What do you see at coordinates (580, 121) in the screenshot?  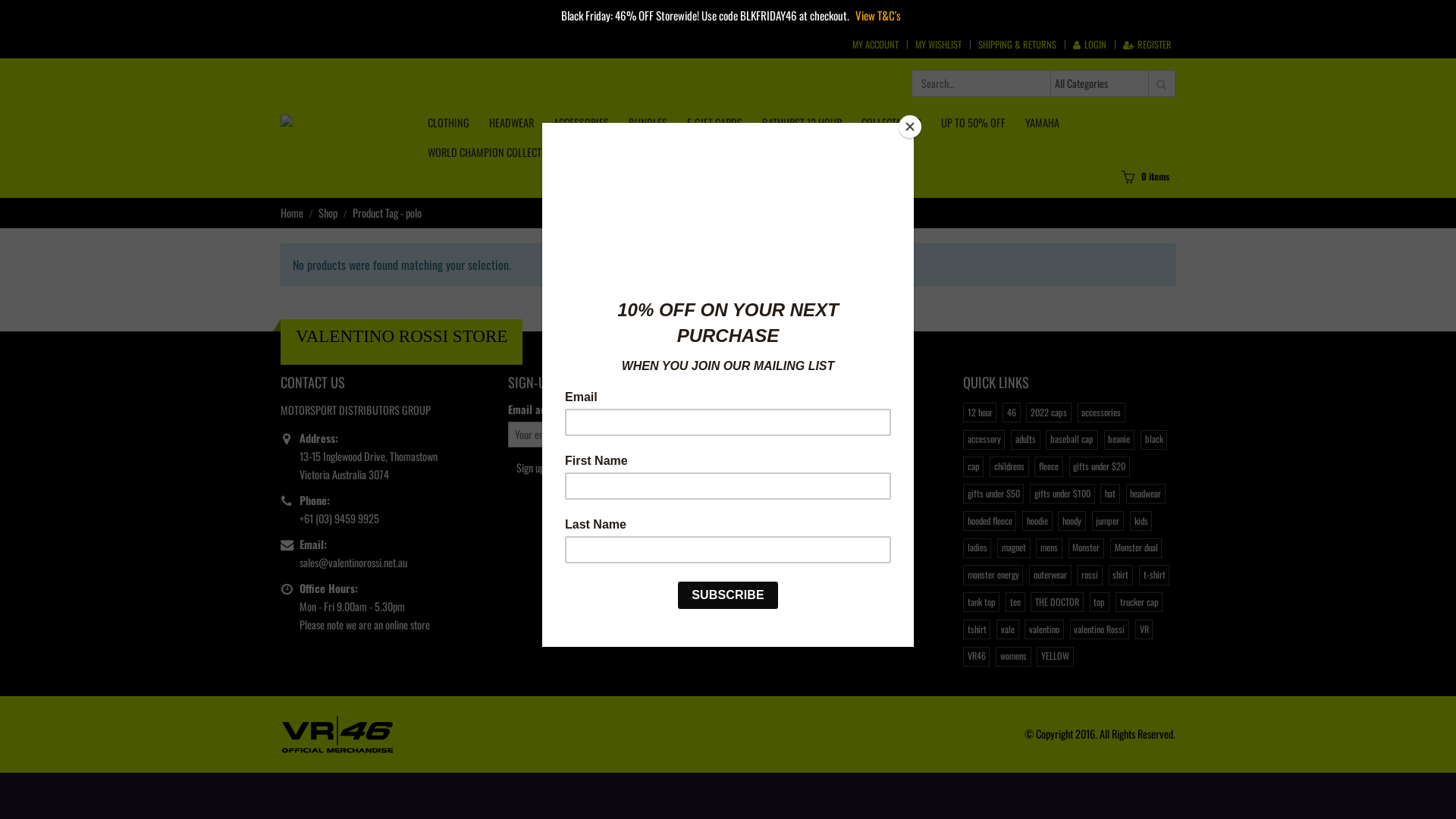 I see `'ACCESSORIES'` at bounding box center [580, 121].